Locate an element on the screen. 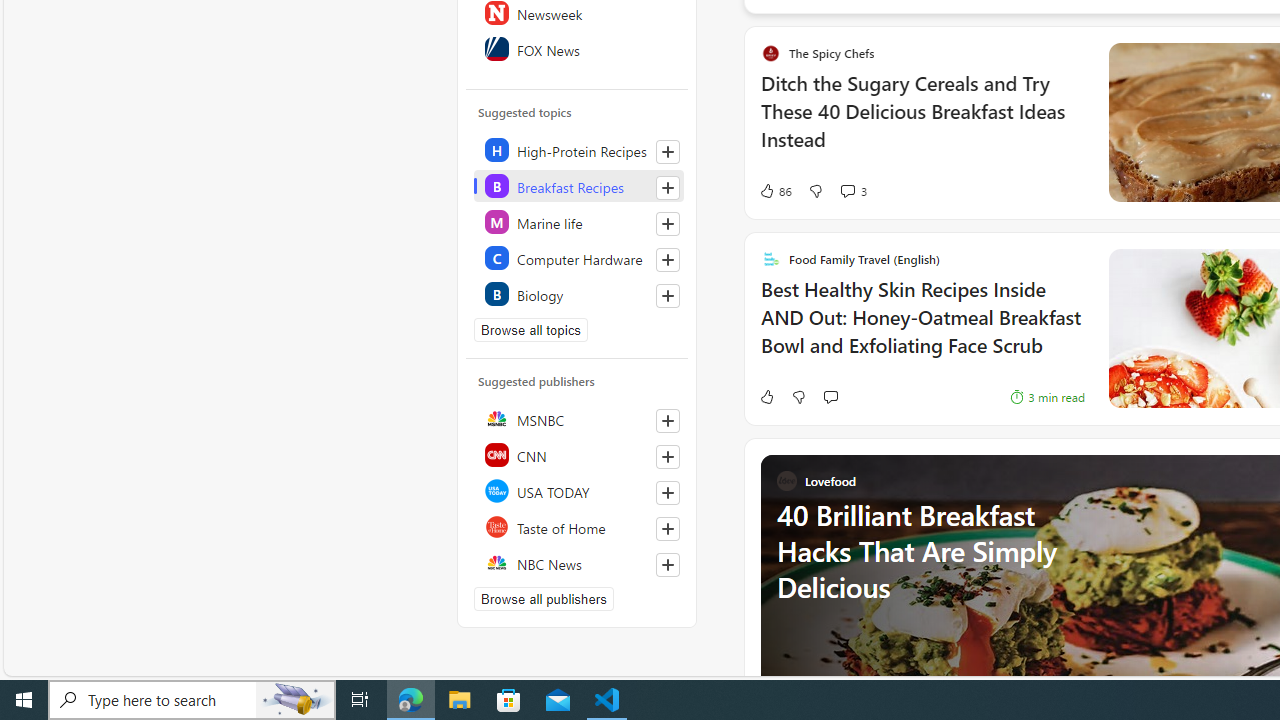  'Follow this source' is located at coordinates (668, 564).